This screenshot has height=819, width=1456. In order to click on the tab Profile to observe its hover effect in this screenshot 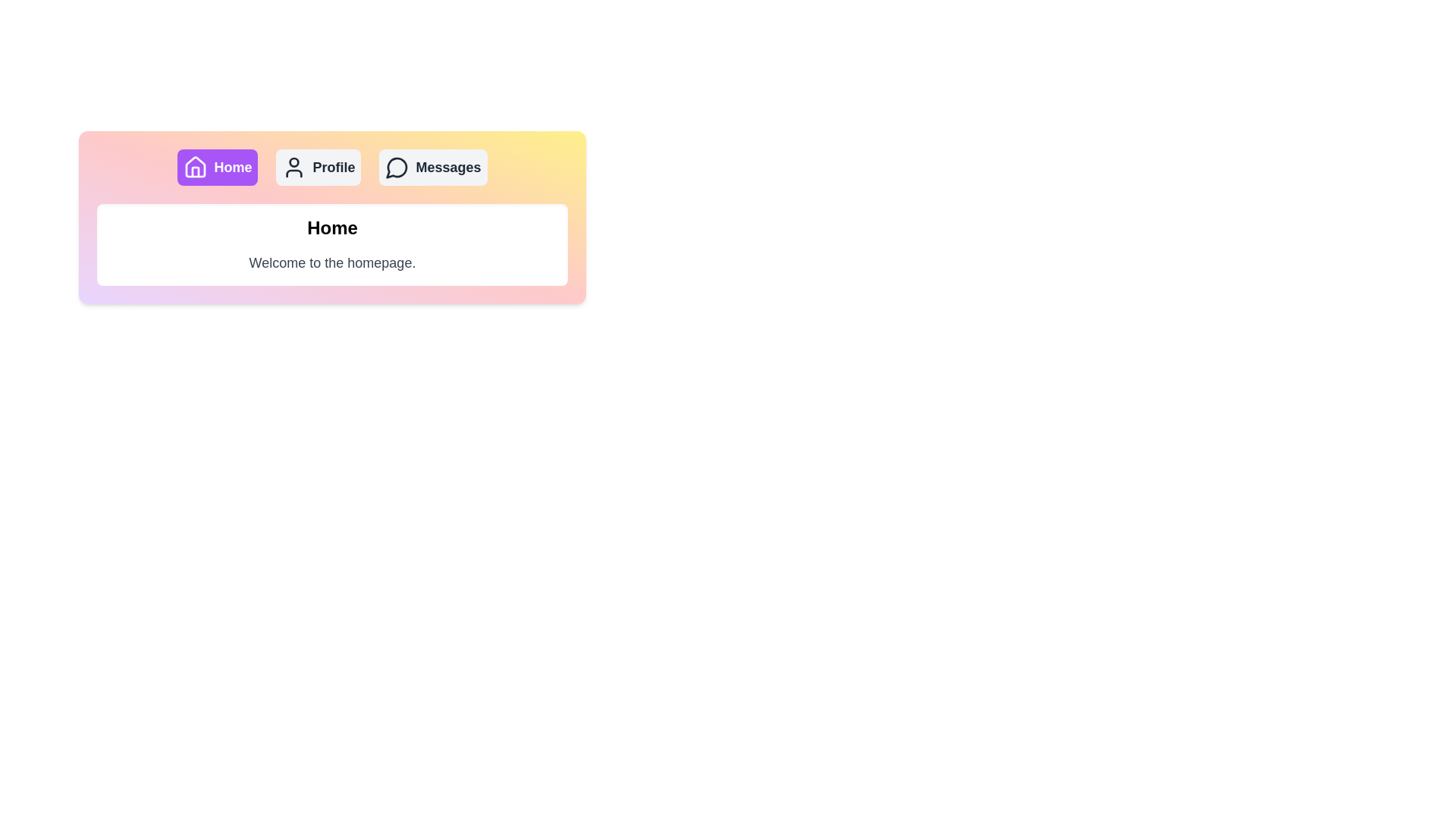, I will do `click(318, 167)`.